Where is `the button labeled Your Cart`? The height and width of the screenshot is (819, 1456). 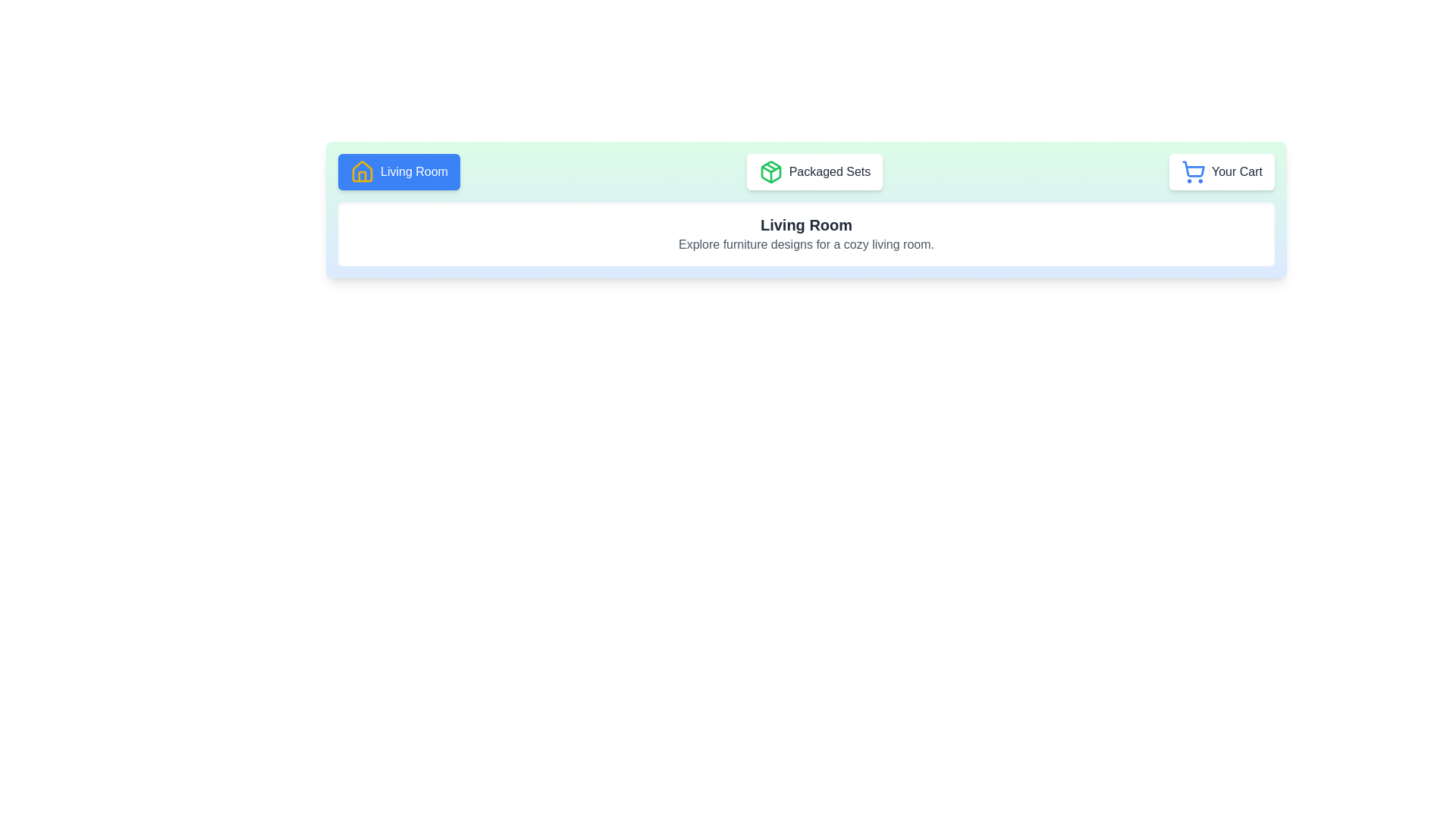 the button labeled Your Cart is located at coordinates (1222, 171).